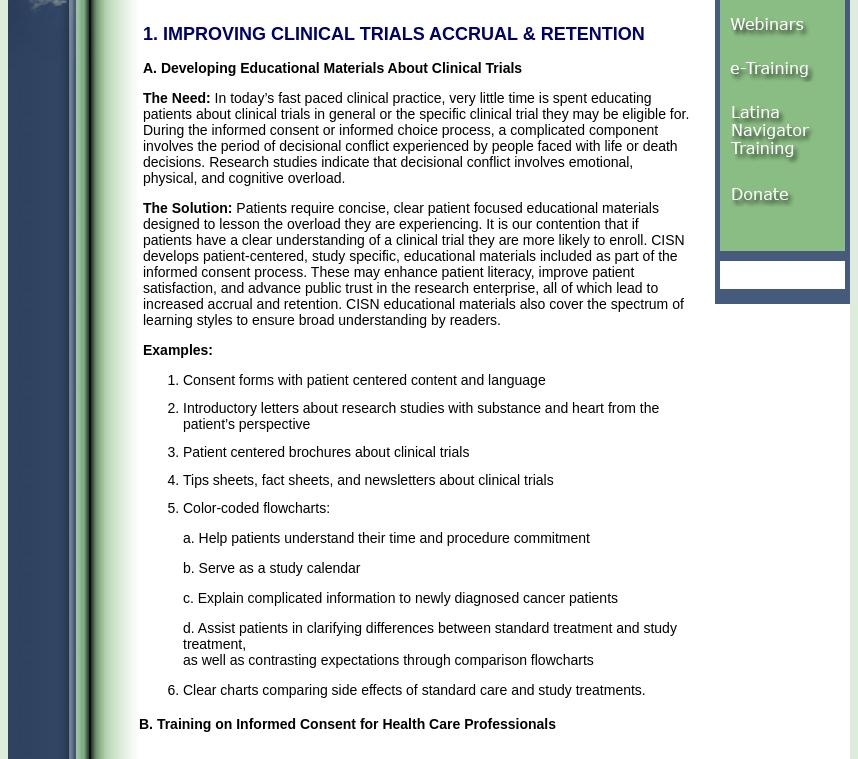  Describe the element at coordinates (386, 535) in the screenshot. I see `'a. Help patients understand their time and procedure commitment'` at that location.